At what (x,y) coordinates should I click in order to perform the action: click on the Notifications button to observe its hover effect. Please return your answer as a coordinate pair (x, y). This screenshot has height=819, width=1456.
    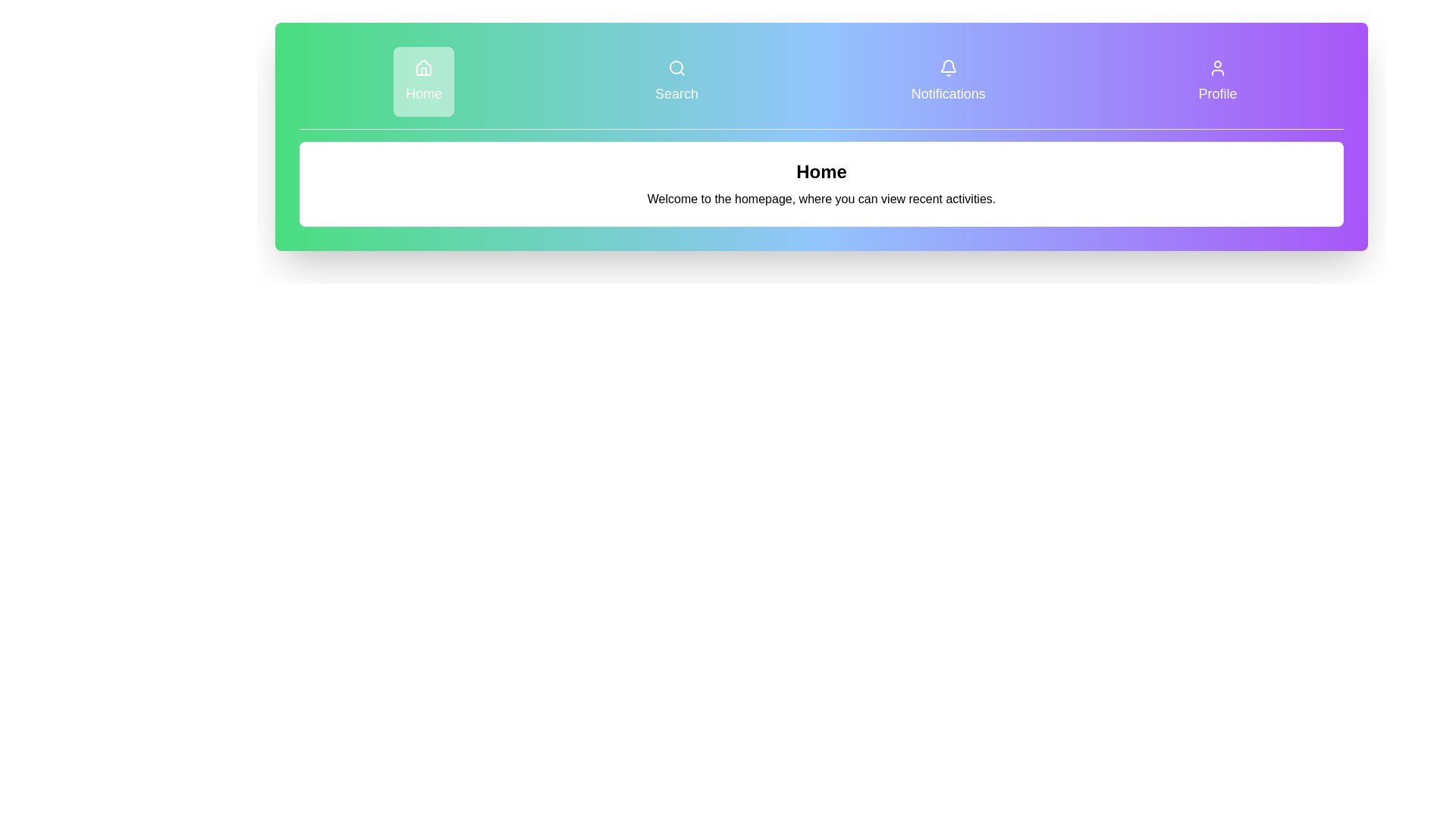
    Looking at the image, I should click on (948, 82).